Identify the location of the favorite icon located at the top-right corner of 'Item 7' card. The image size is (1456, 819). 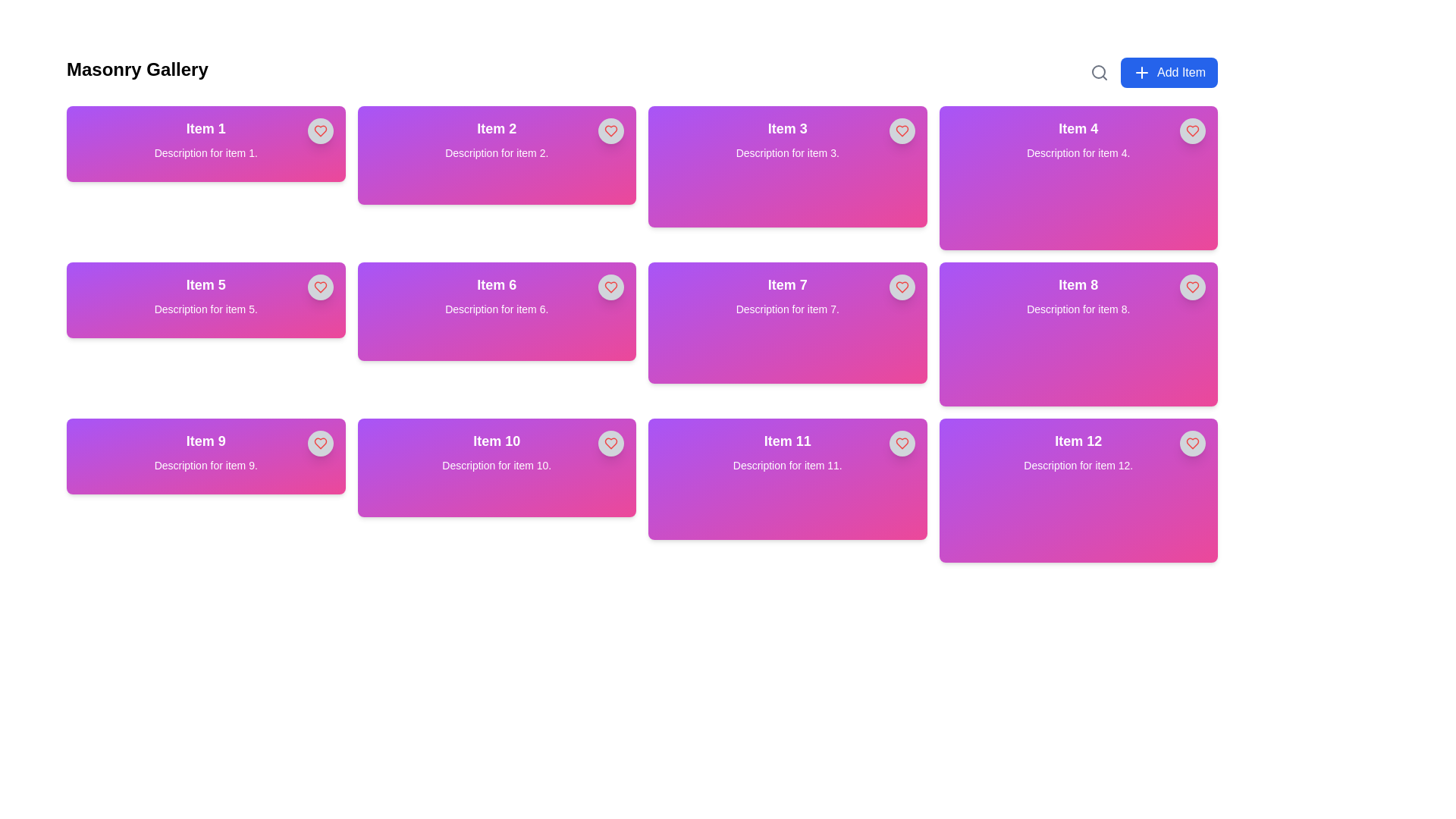
(902, 287).